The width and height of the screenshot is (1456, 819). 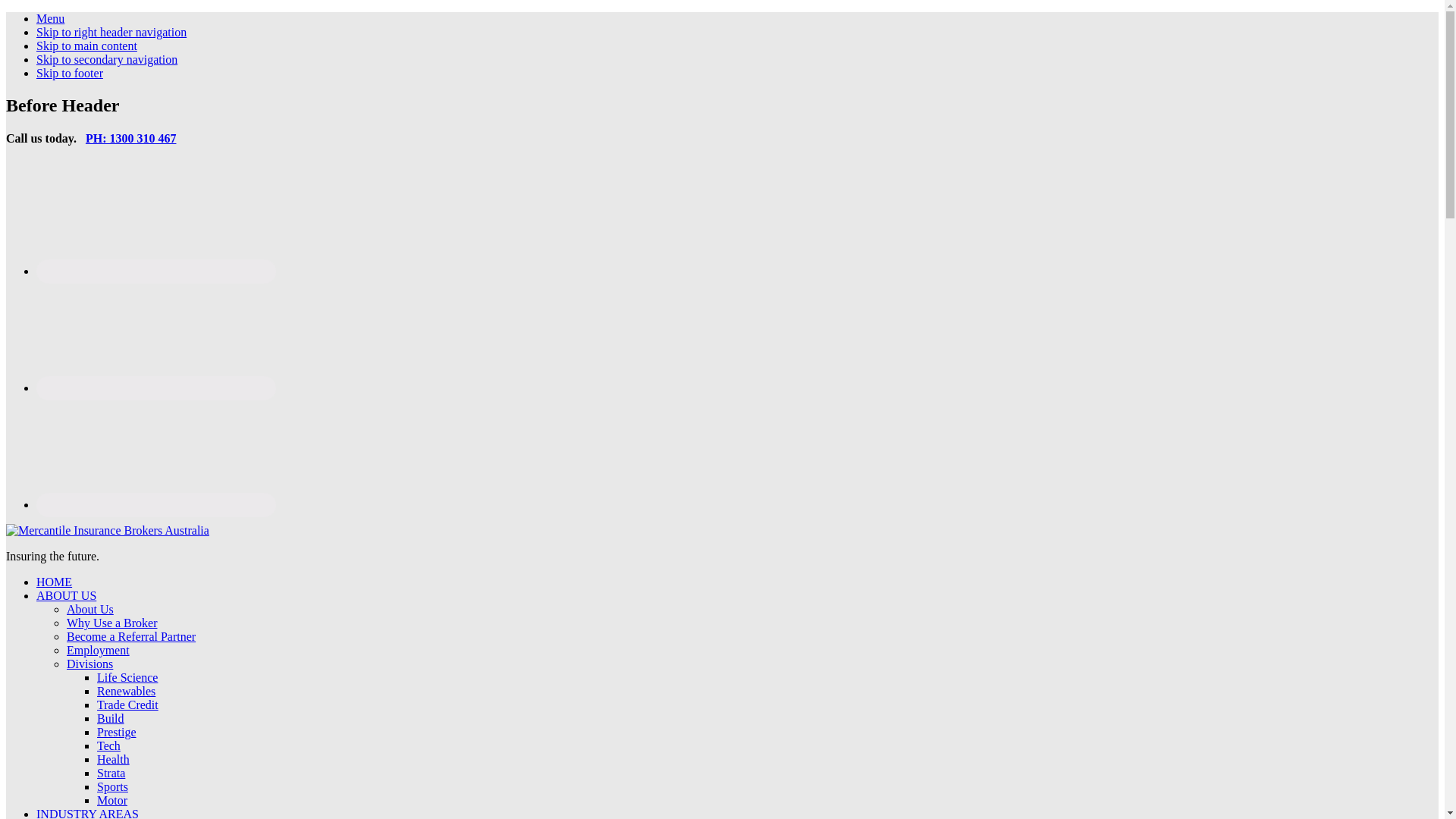 I want to click on 'Prestige', so click(x=115, y=731).